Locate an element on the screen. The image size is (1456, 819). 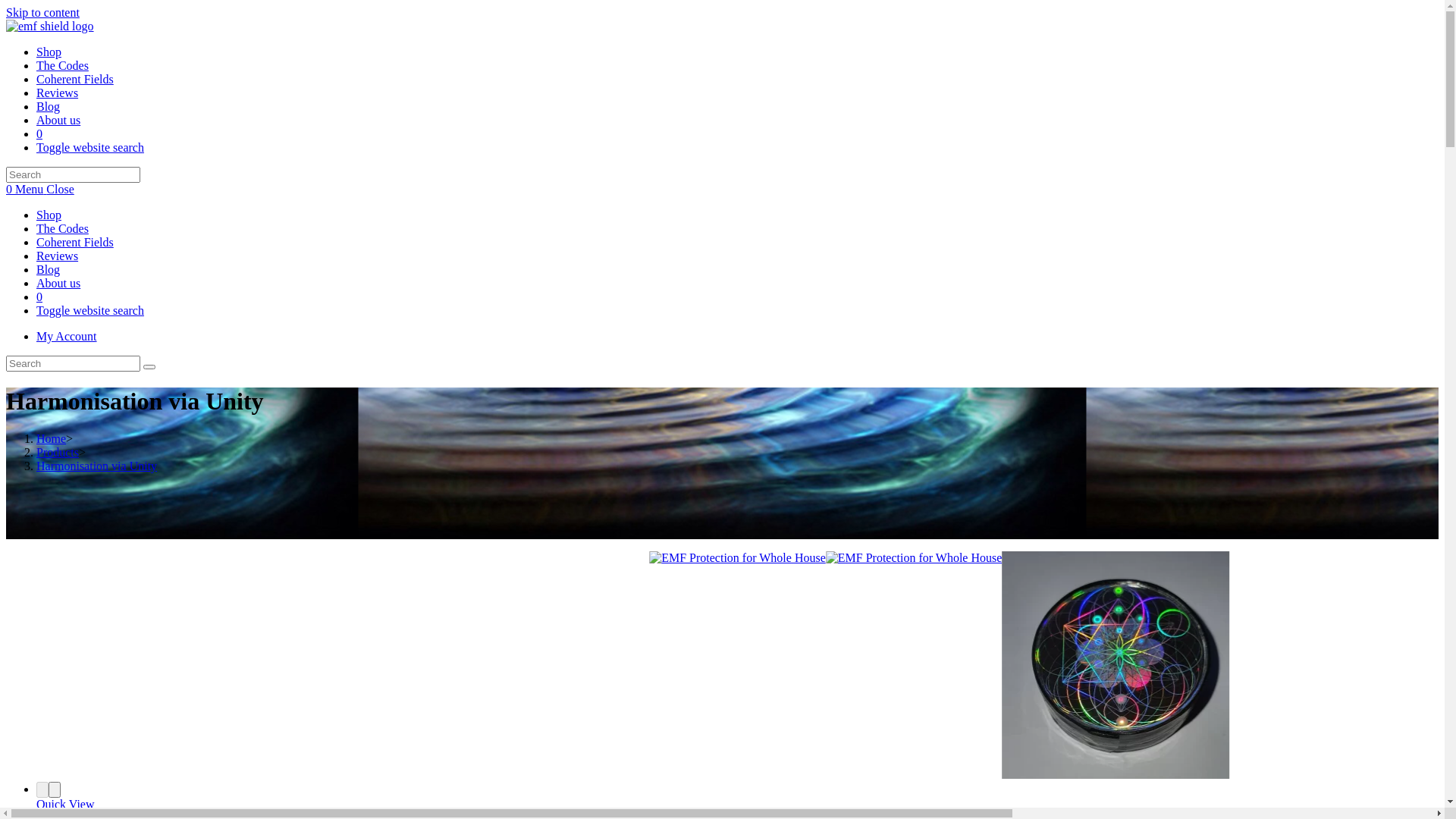
'Reviews' is located at coordinates (57, 255).